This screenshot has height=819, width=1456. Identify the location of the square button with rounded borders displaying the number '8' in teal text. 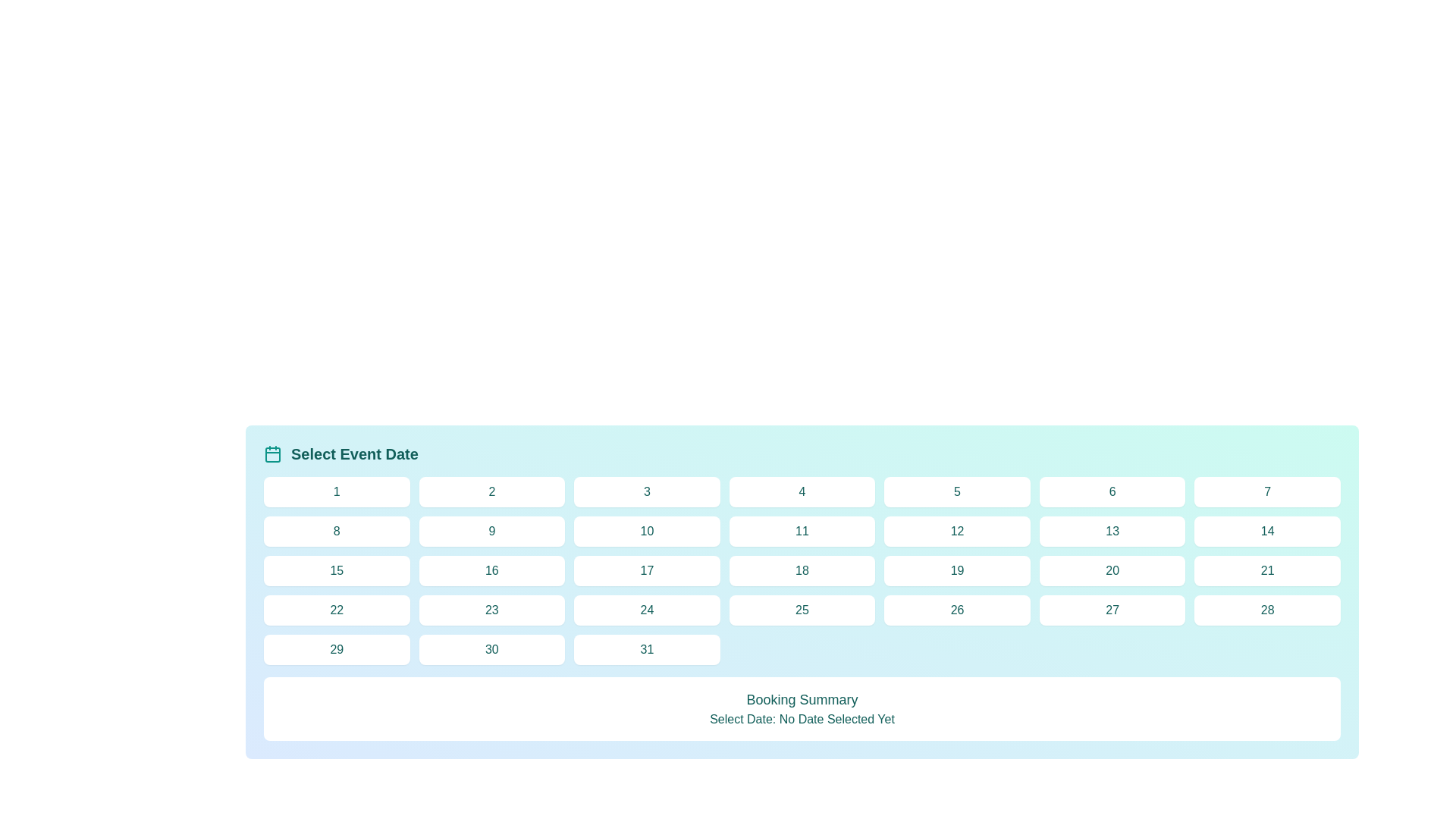
(336, 531).